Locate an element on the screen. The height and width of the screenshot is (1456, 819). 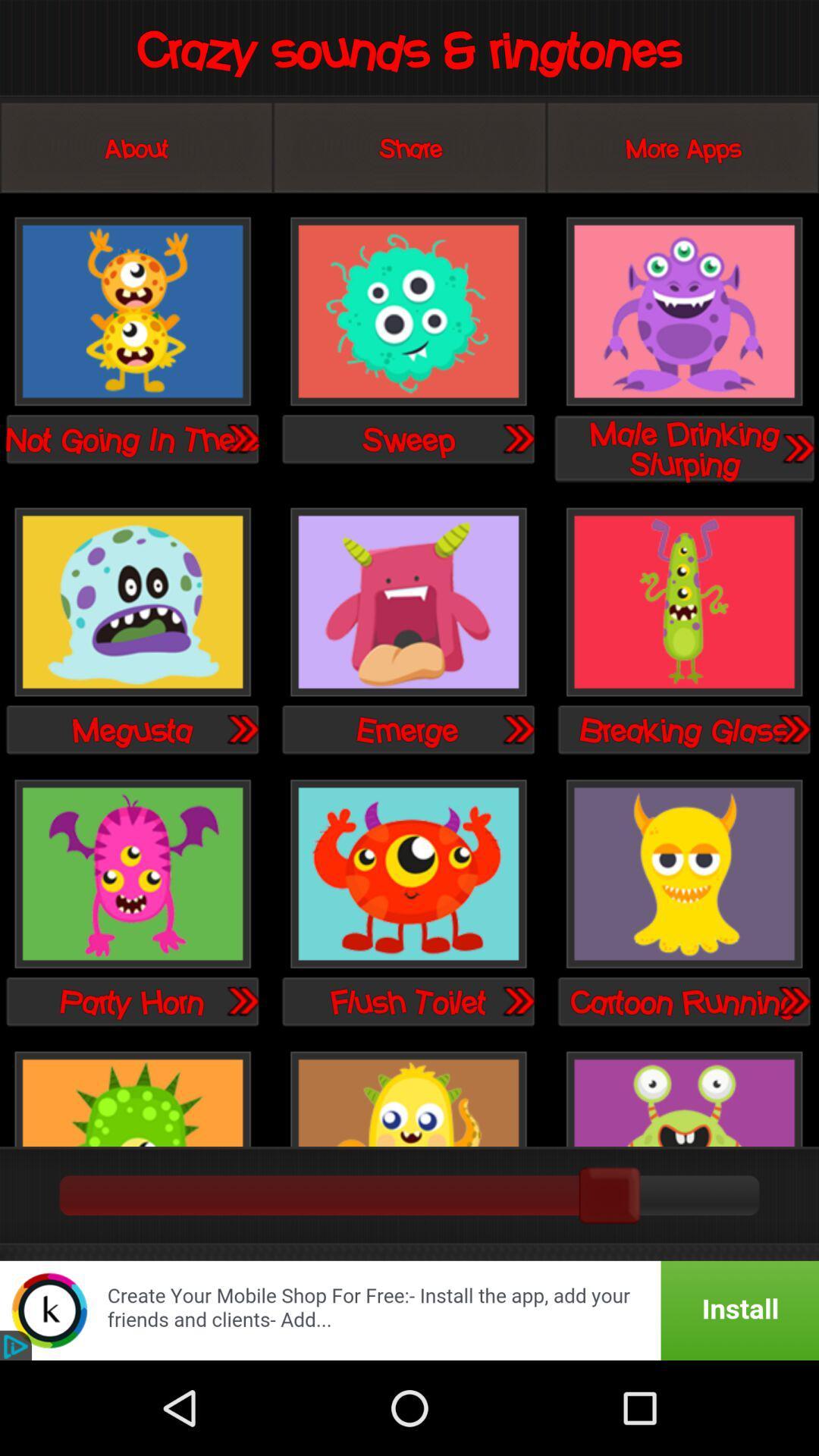
this sound is located at coordinates (132, 602).